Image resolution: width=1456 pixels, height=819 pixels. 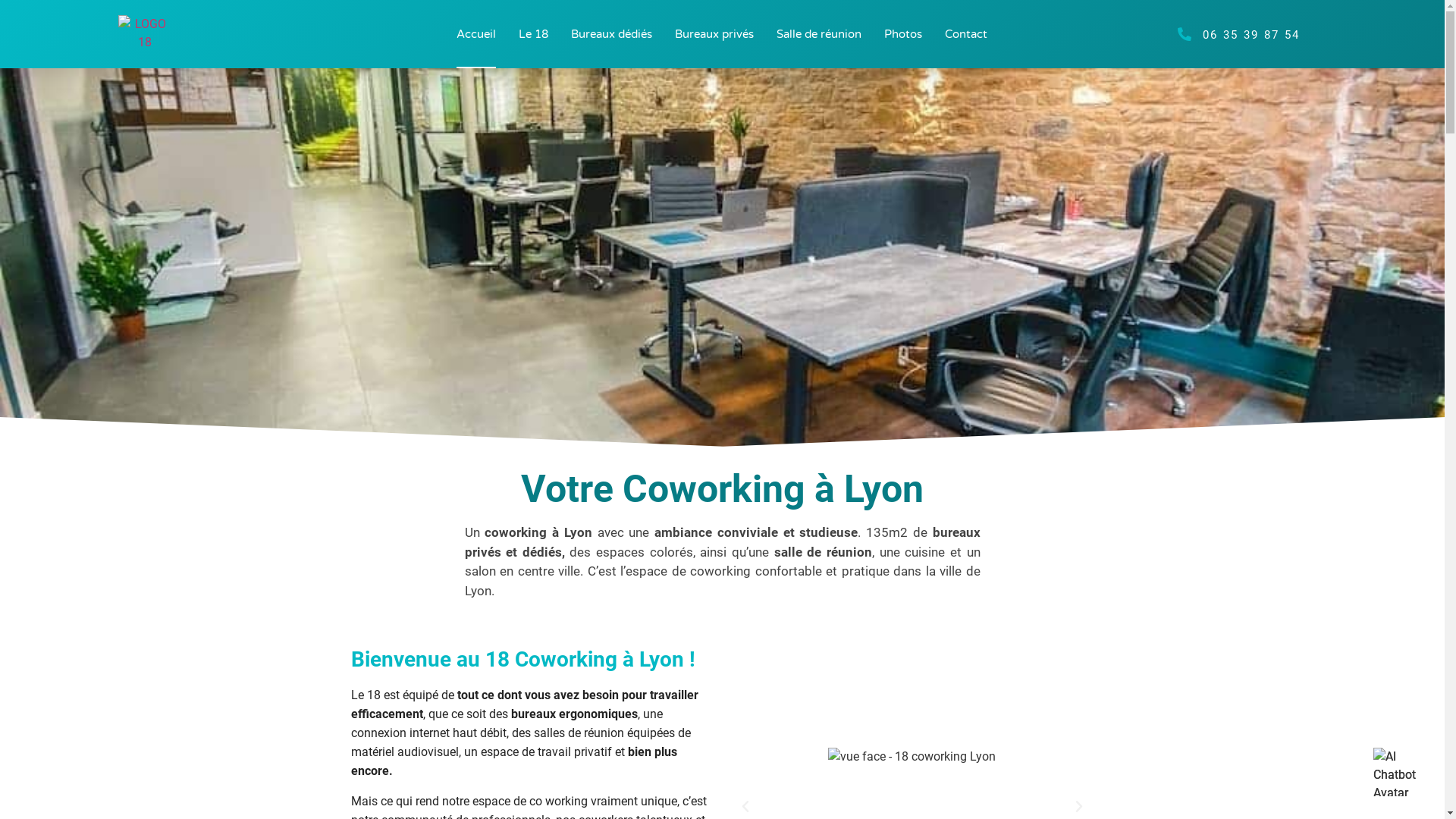 I want to click on 'Accueil', so click(x=475, y=34).